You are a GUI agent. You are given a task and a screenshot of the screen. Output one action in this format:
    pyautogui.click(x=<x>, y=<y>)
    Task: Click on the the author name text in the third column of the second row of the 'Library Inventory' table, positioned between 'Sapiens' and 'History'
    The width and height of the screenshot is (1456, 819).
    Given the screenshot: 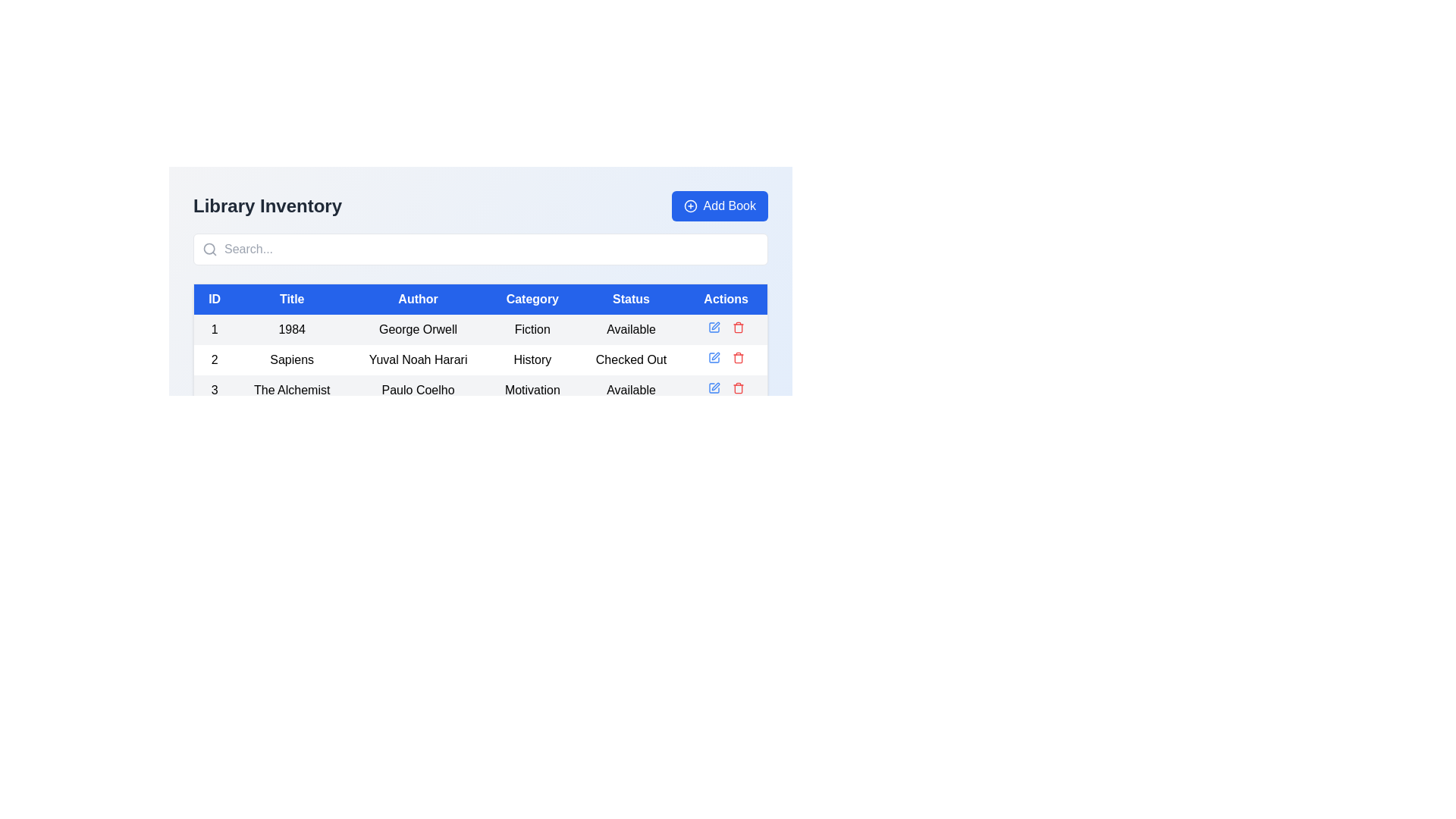 What is the action you would take?
    pyautogui.click(x=418, y=359)
    